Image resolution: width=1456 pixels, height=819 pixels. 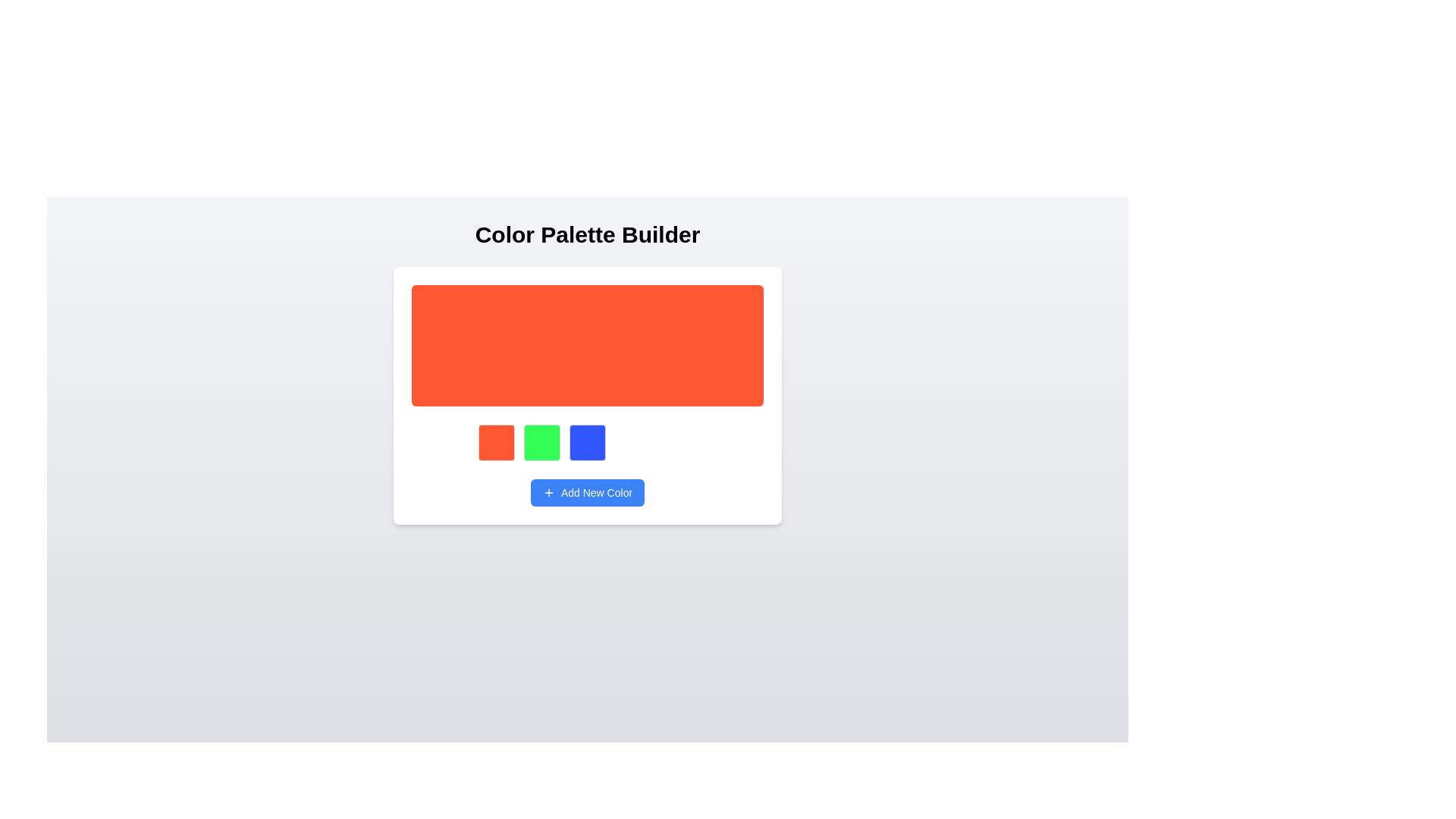 What do you see at coordinates (586, 493) in the screenshot?
I see `the rectangular button with a blue background and white text reading 'Add New Color', which has a '+' icon on the left` at bounding box center [586, 493].